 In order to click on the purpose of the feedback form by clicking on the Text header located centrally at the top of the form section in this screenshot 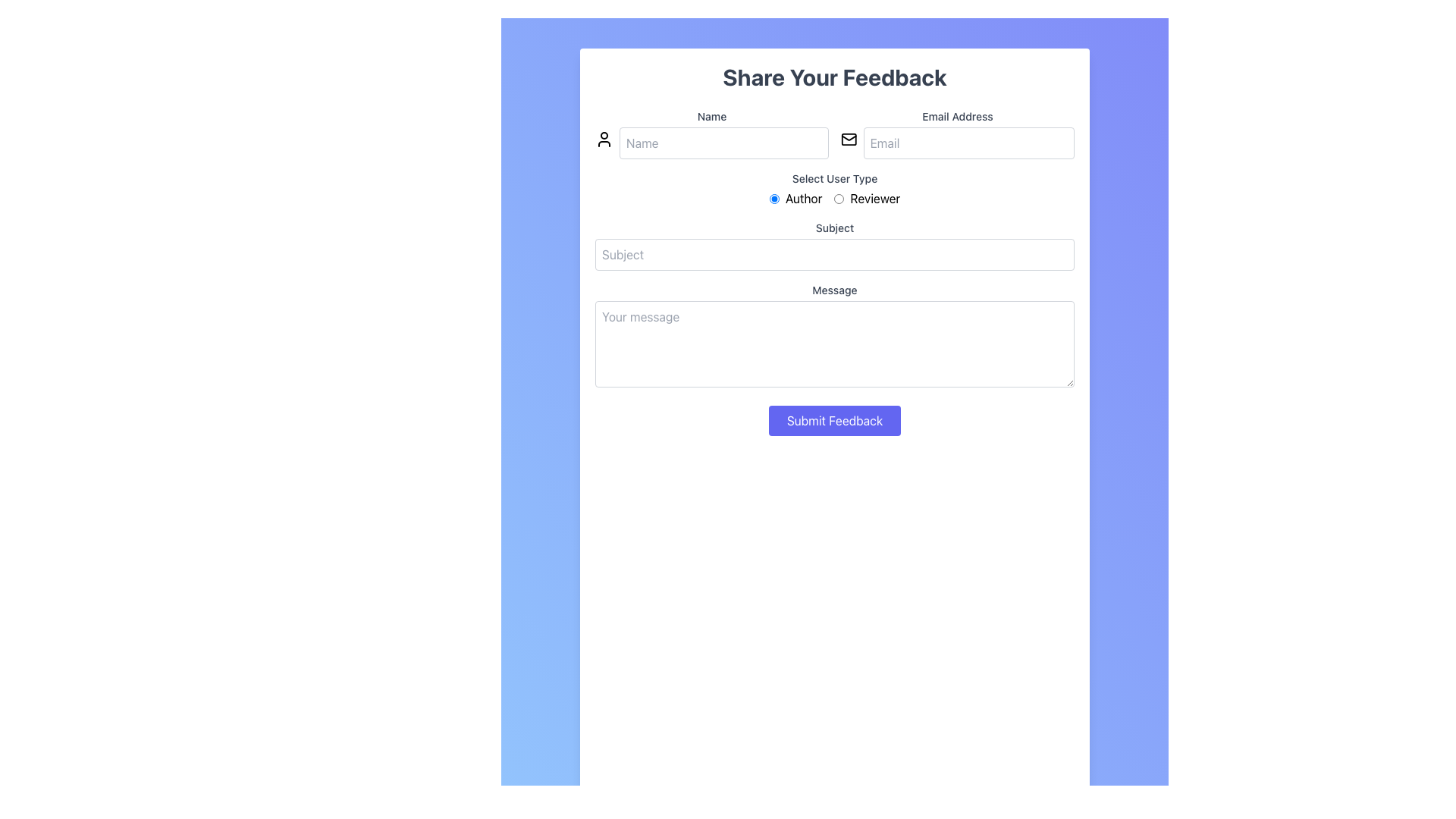, I will do `click(833, 77)`.